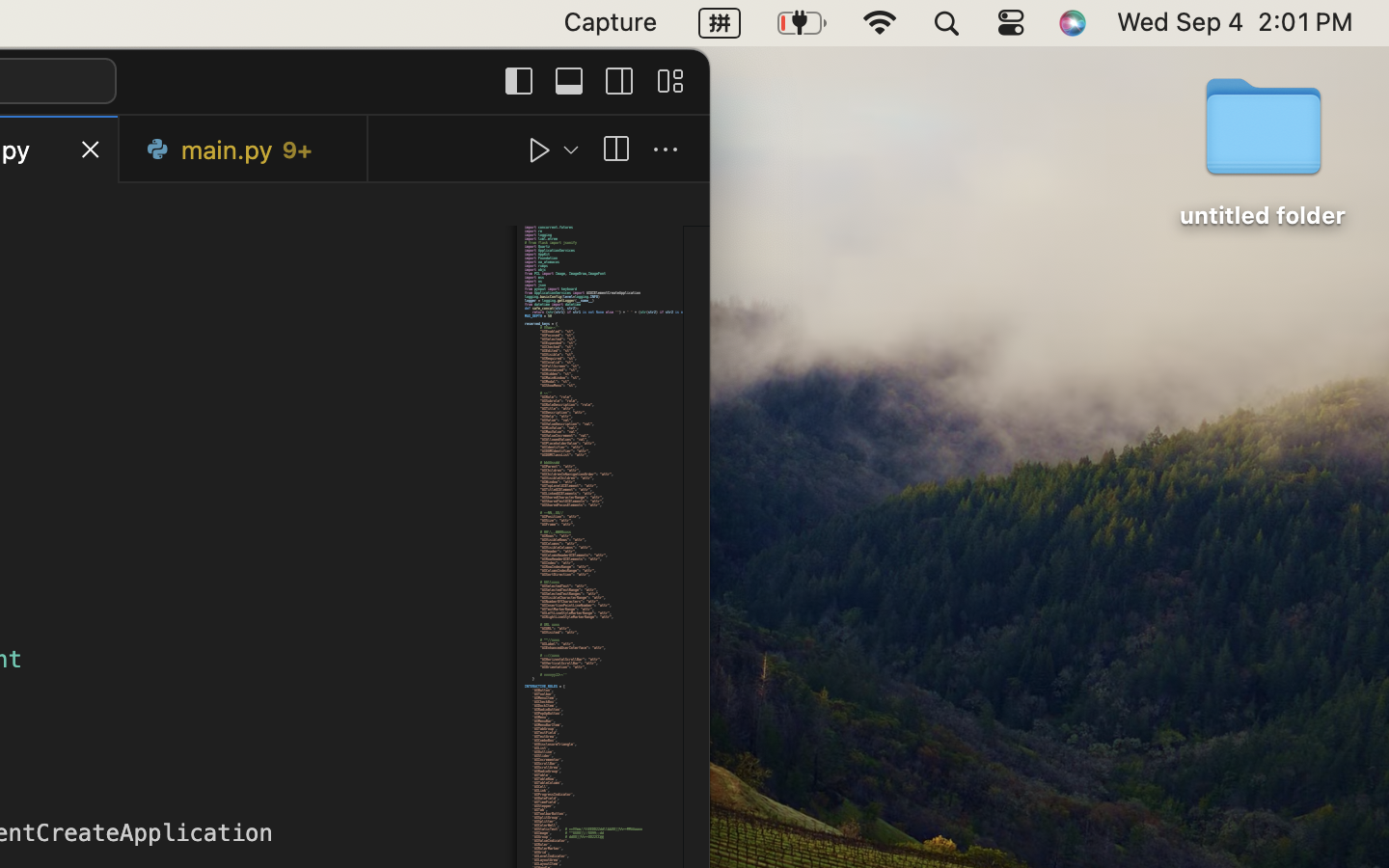 The height and width of the screenshot is (868, 1389). Describe the element at coordinates (617, 79) in the screenshot. I see `''` at that location.